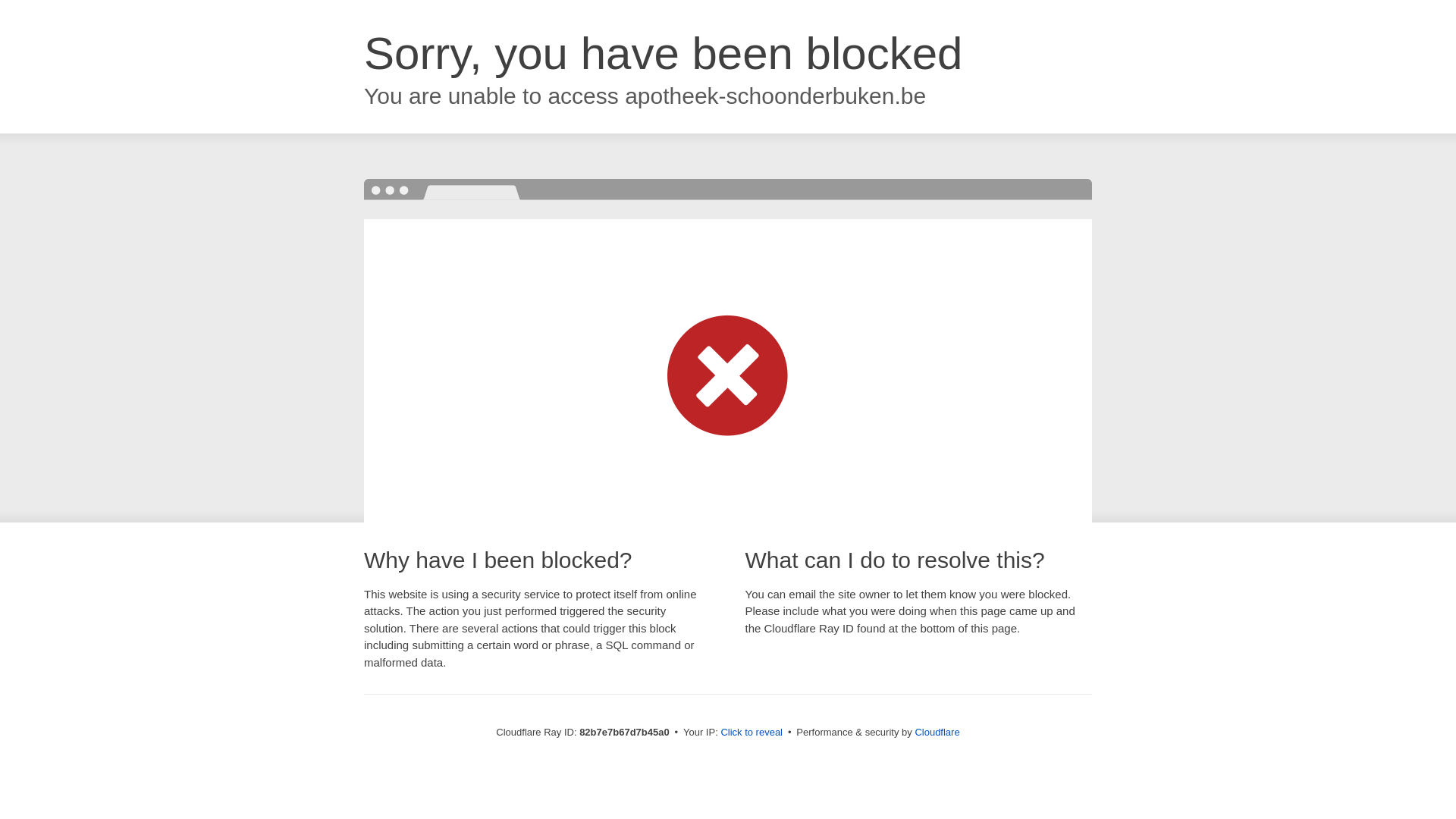  Describe the element at coordinates (936, 731) in the screenshot. I see `'Cloudflare'` at that location.